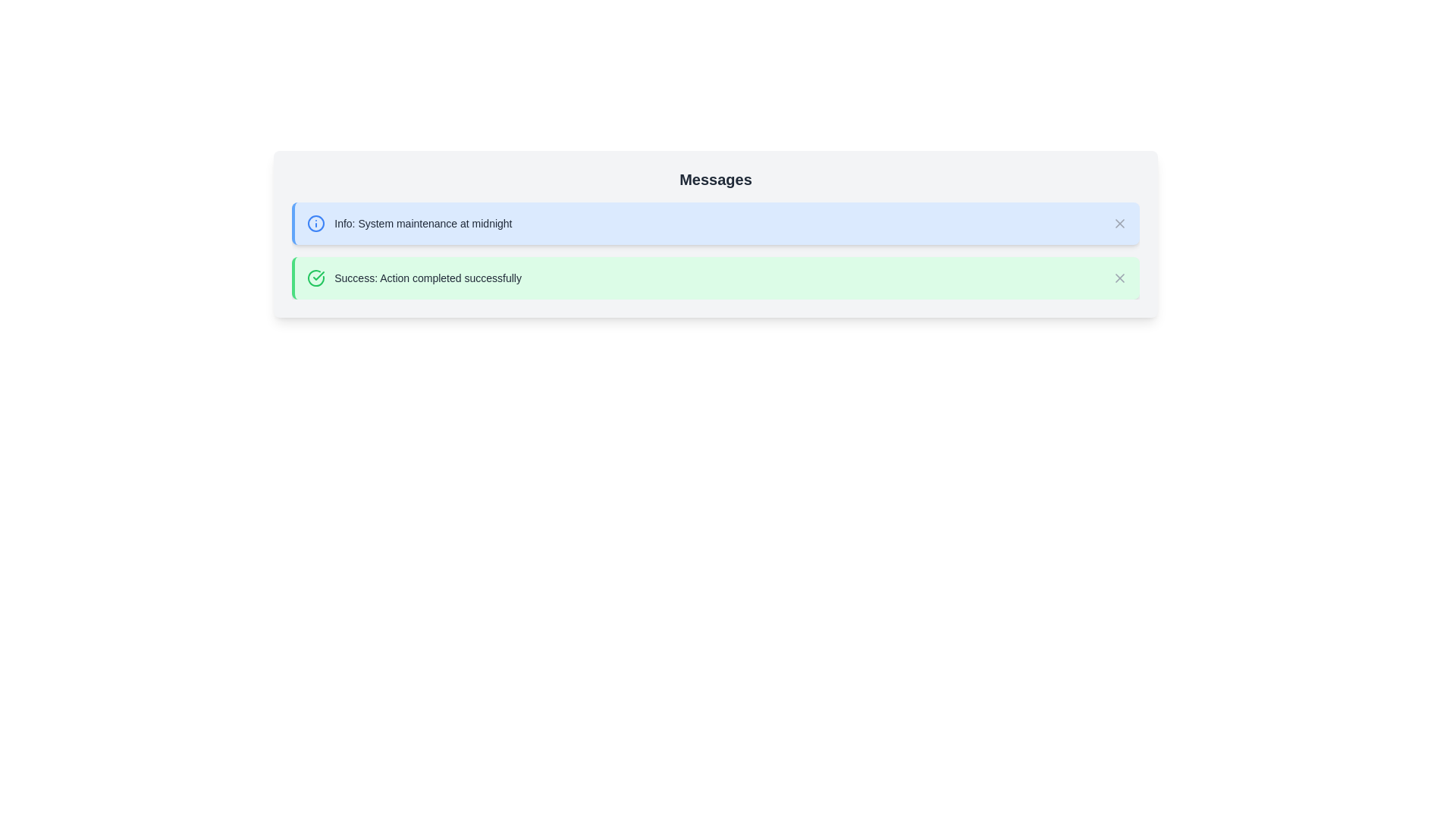 This screenshot has width=1456, height=819. What do you see at coordinates (1119, 278) in the screenshot?
I see `the dismiss button located in the top-right corner of the green notification box` at bounding box center [1119, 278].